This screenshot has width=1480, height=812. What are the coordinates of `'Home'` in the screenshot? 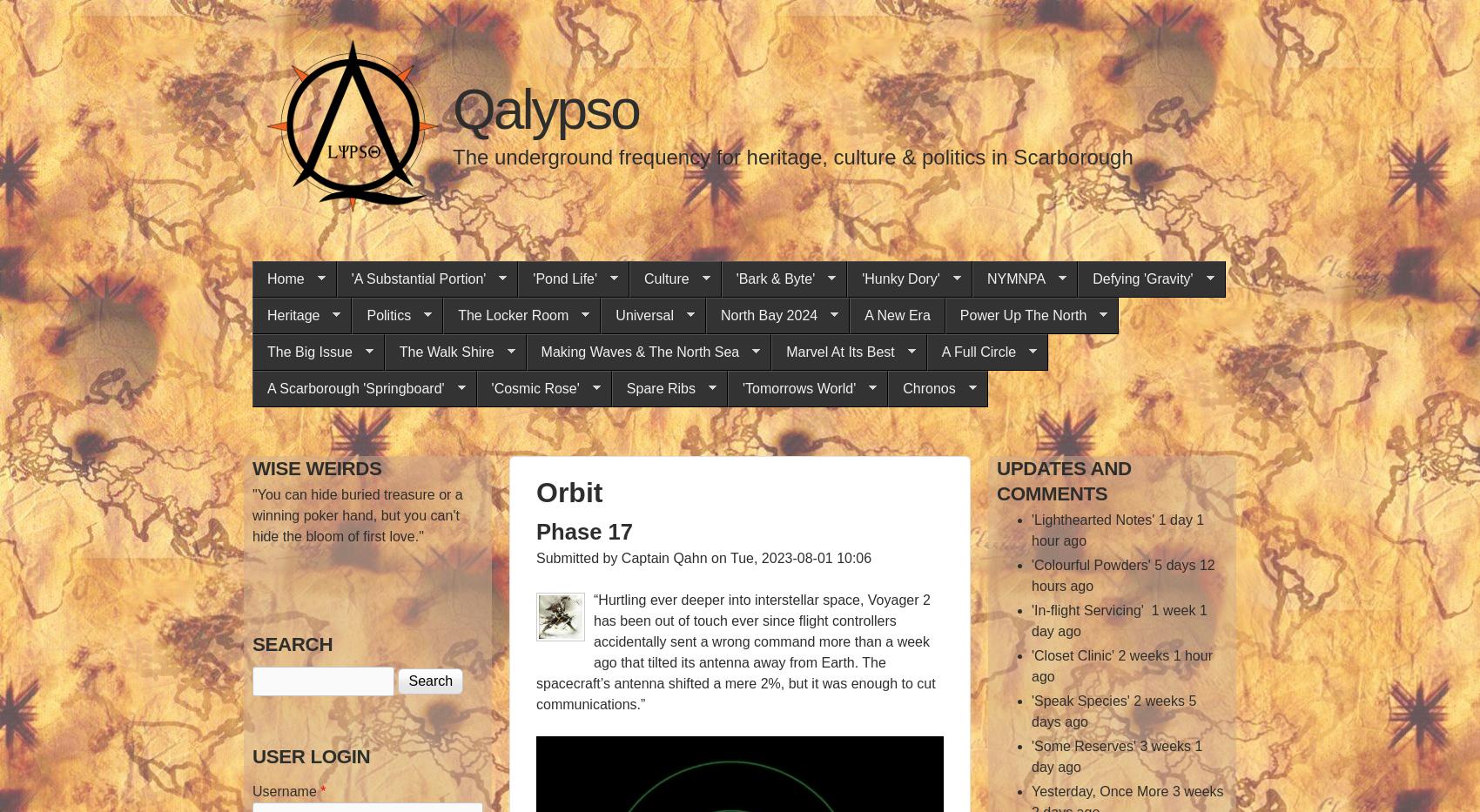 It's located at (284, 278).